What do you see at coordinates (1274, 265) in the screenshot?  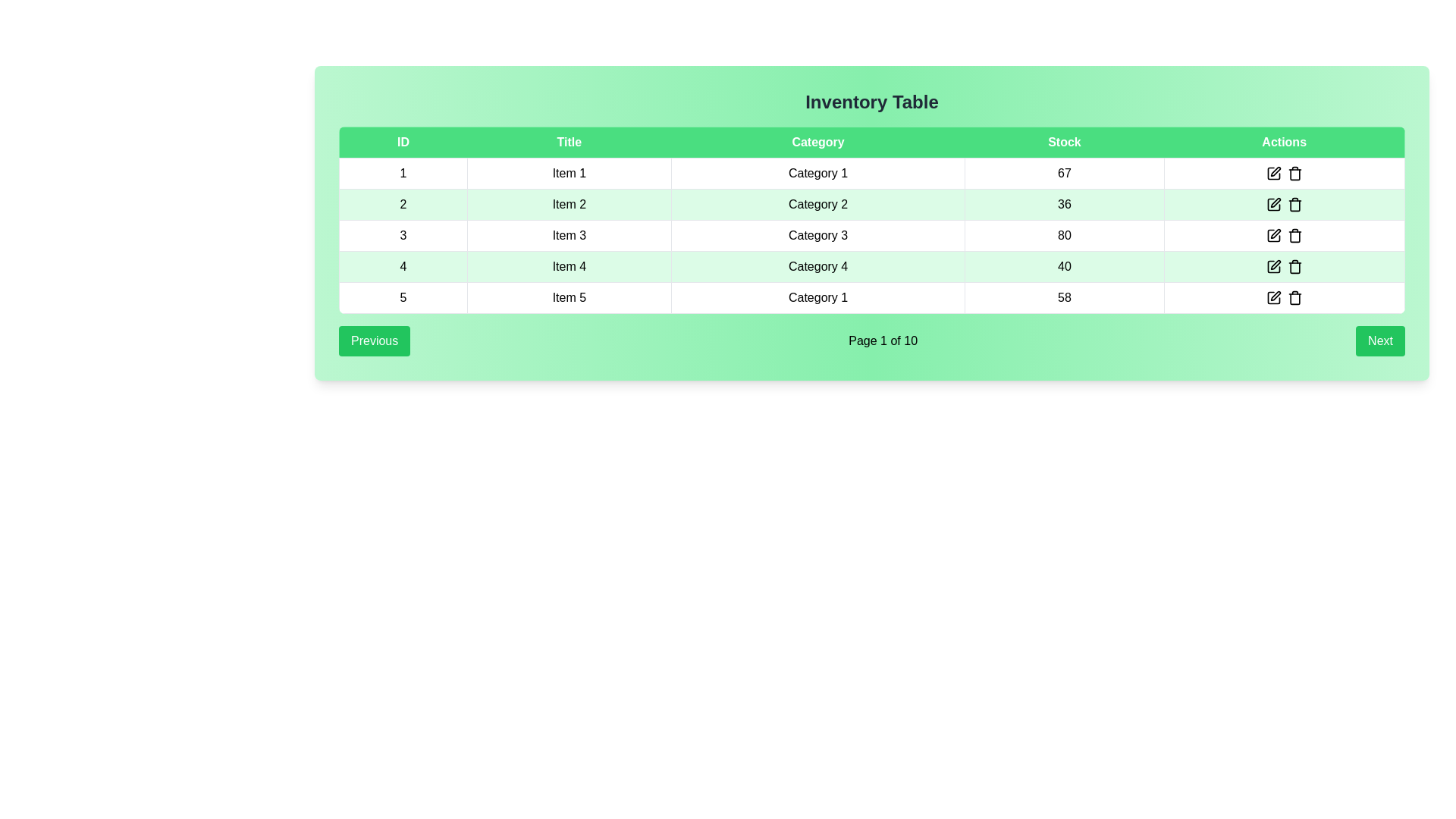 I see `the first icon in the 'Actions' column of the fourth row of the table` at bounding box center [1274, 265].